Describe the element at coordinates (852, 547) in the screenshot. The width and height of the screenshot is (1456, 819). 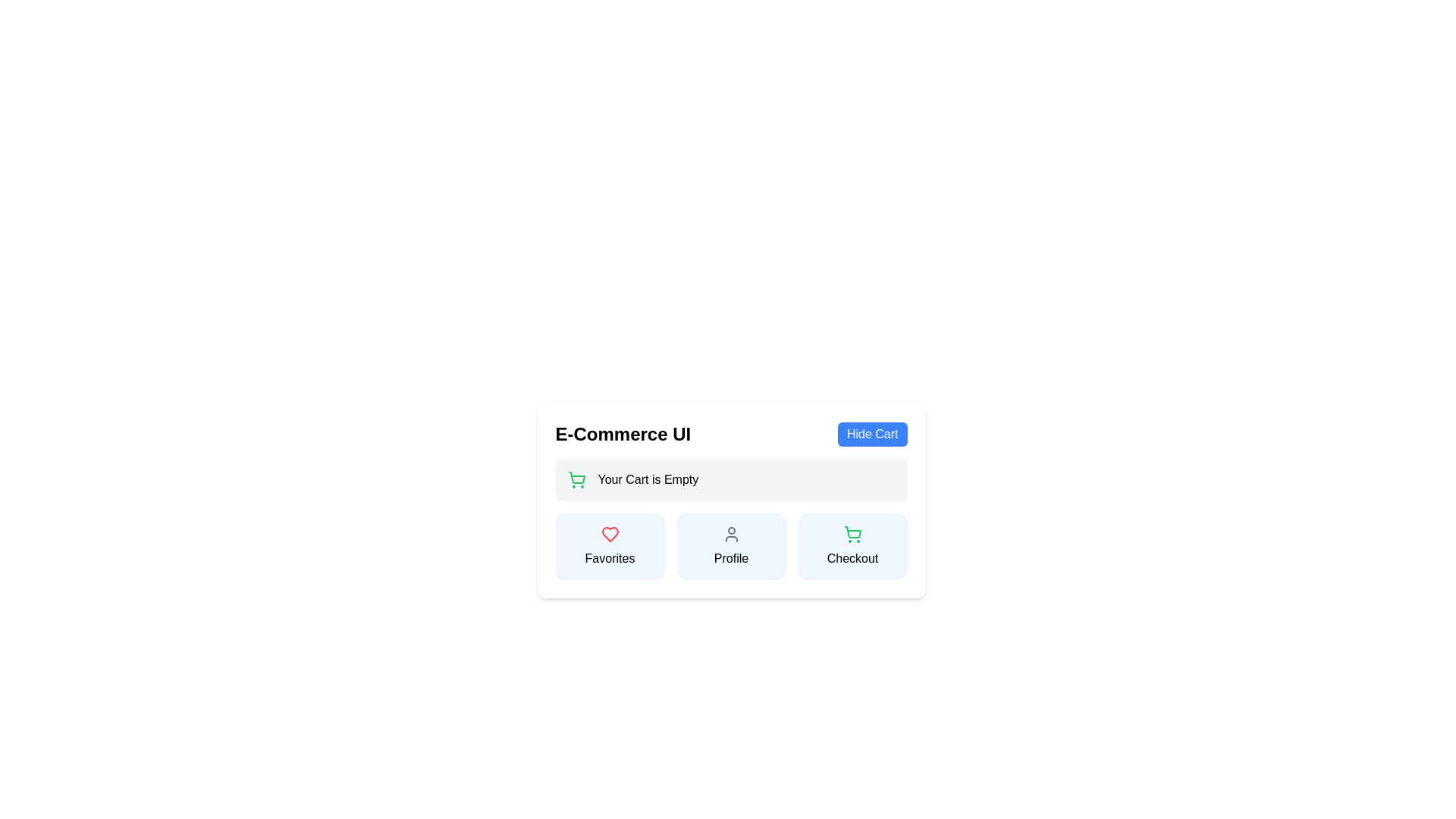
I see `the 'Checkout' button in the e-commerce interface` at that location.